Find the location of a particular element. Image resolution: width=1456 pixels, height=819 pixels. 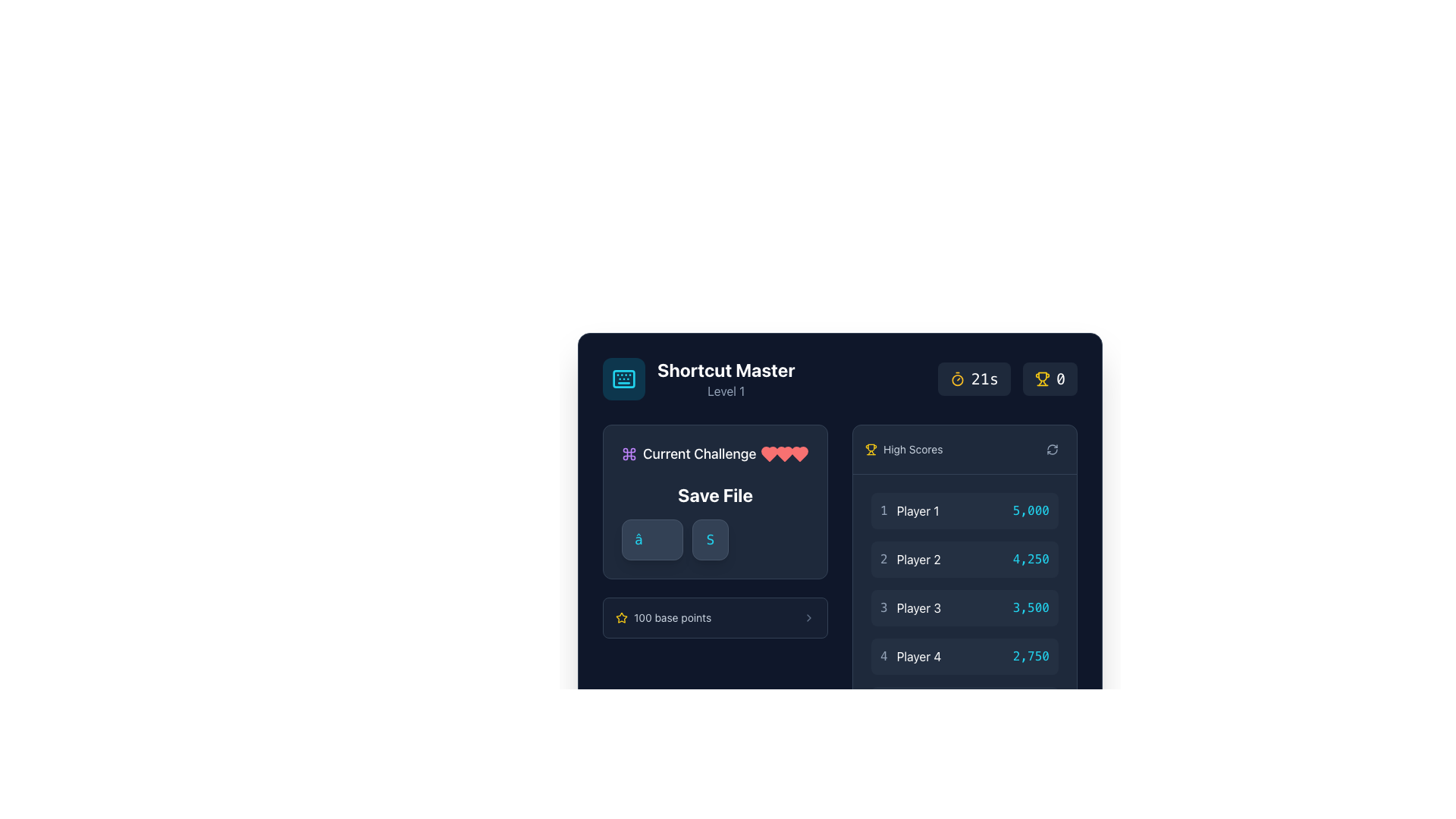

the Text label that identifies the first entry in the 'High Scores' list, located to the right of the numeric label '1' is located at coordinates (917, 511).